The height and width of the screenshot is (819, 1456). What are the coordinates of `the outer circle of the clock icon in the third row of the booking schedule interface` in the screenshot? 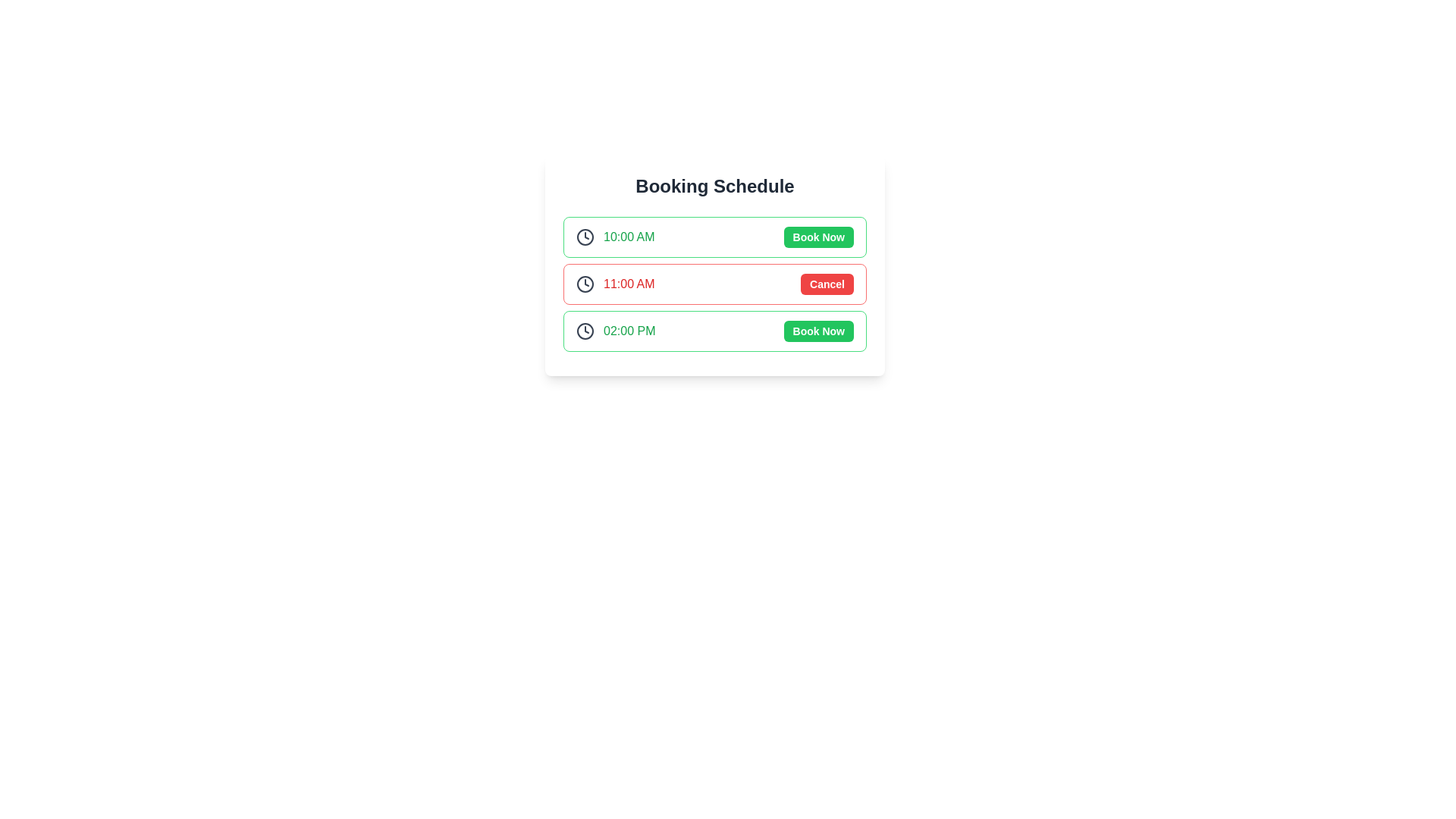 It's located at (585, 330).